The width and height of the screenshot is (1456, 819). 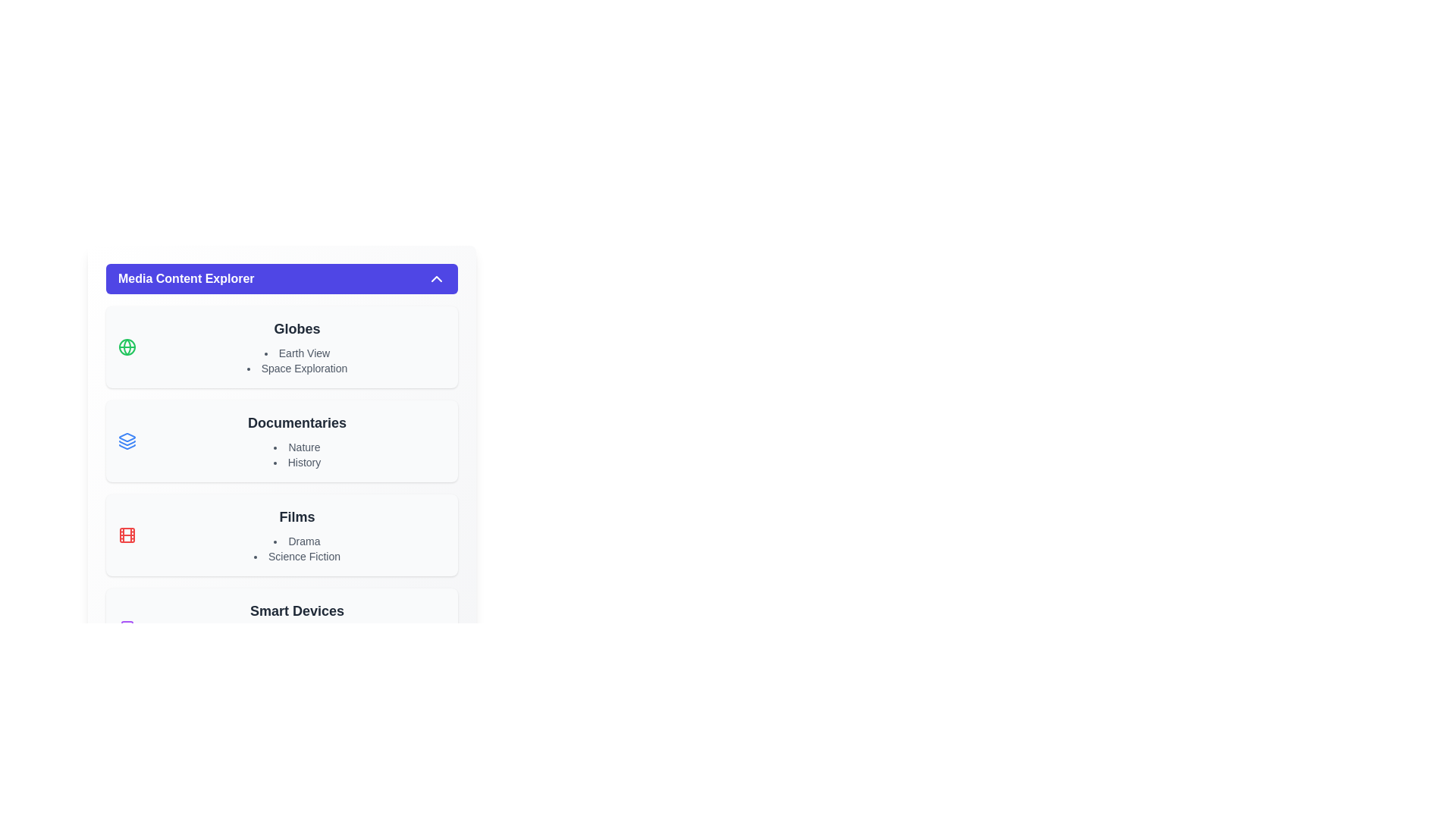 I want to click on the first list item indicating the 'Drama' genre within the 'Films' list located beneath the 'Media Content Explorer' header, so click(x=297, y=540).